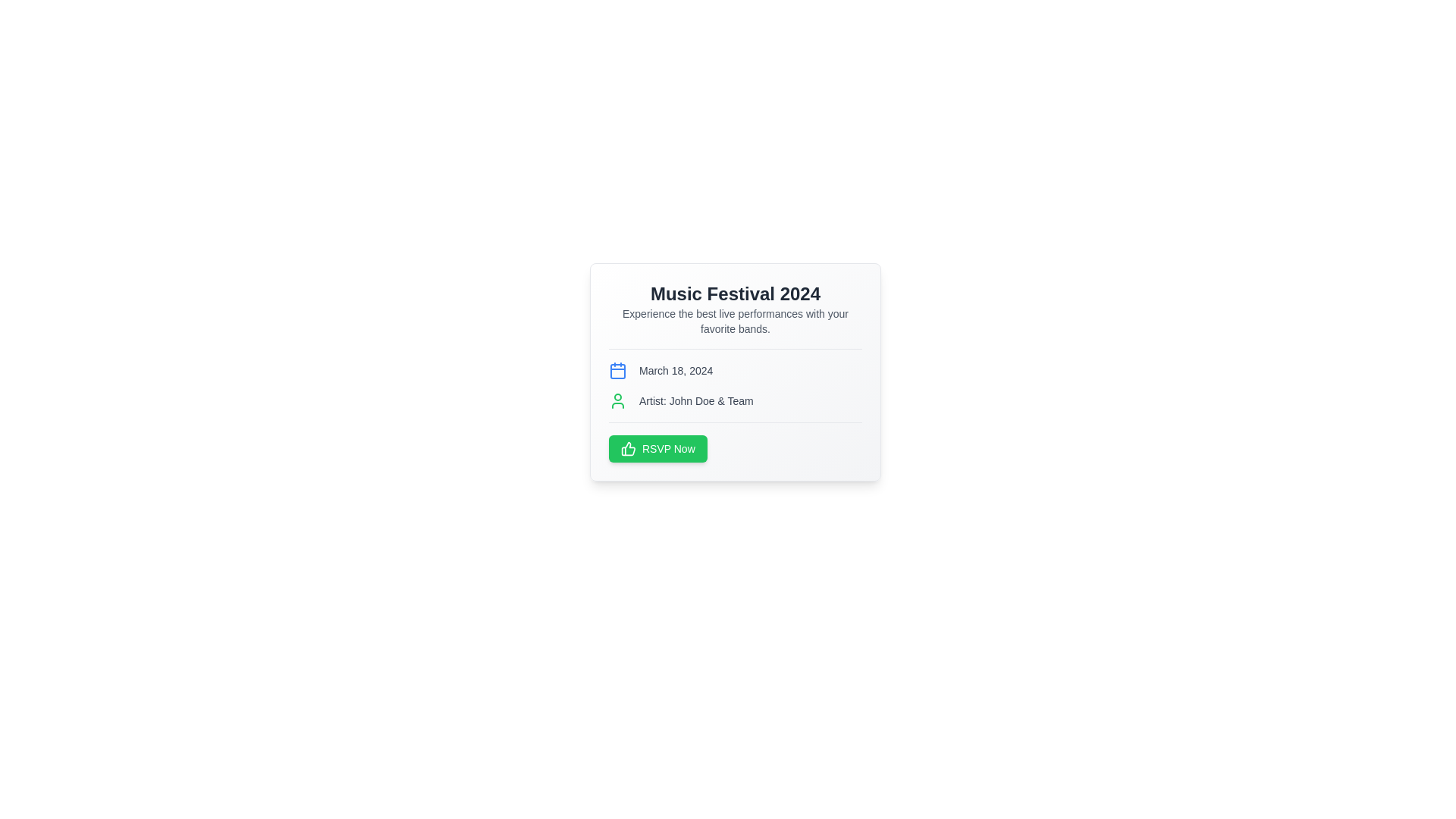 This screenshot has height=819, width=1456. I want to click on prominently displayed text element titled 'Music Festival 2024', styled with a bold font and dark gray color, located at the top of its containing card, so click(735, 294).